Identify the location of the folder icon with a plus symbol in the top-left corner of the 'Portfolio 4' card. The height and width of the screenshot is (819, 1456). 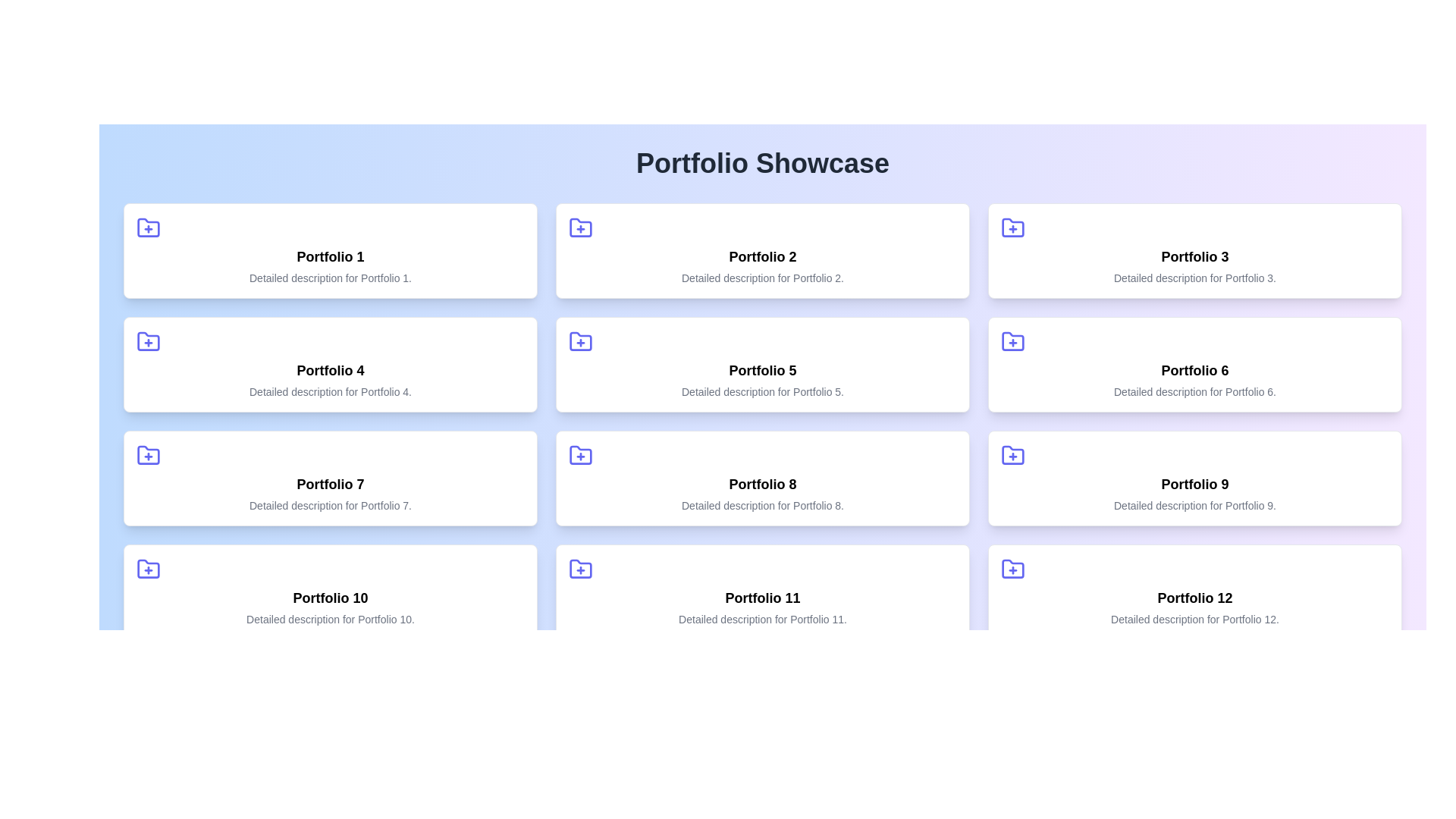
(149, 342).